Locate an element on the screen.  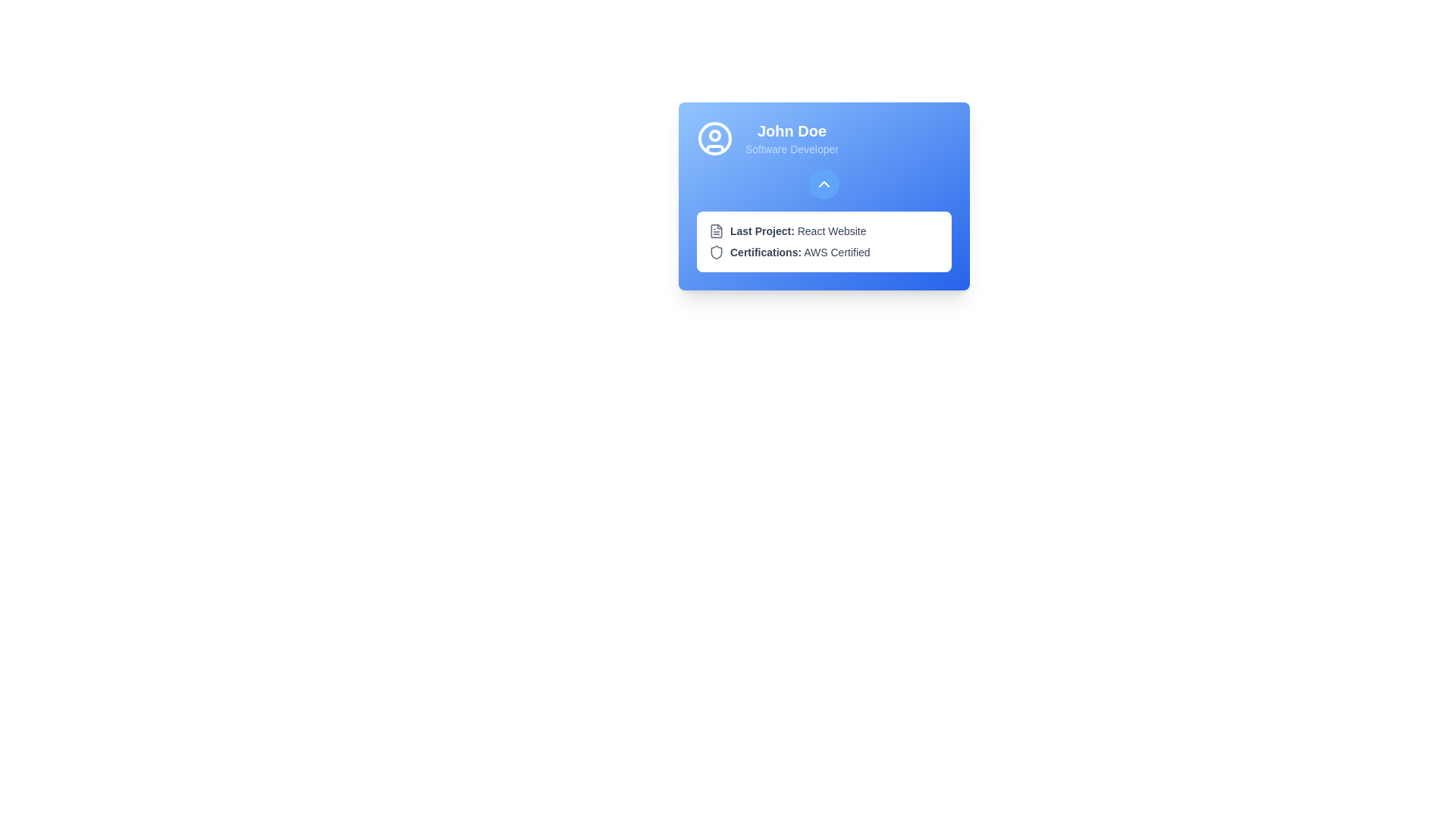
the Chevron Up icon located in the center of its blue circular button within the profile card is located at coordinates (823, 184).